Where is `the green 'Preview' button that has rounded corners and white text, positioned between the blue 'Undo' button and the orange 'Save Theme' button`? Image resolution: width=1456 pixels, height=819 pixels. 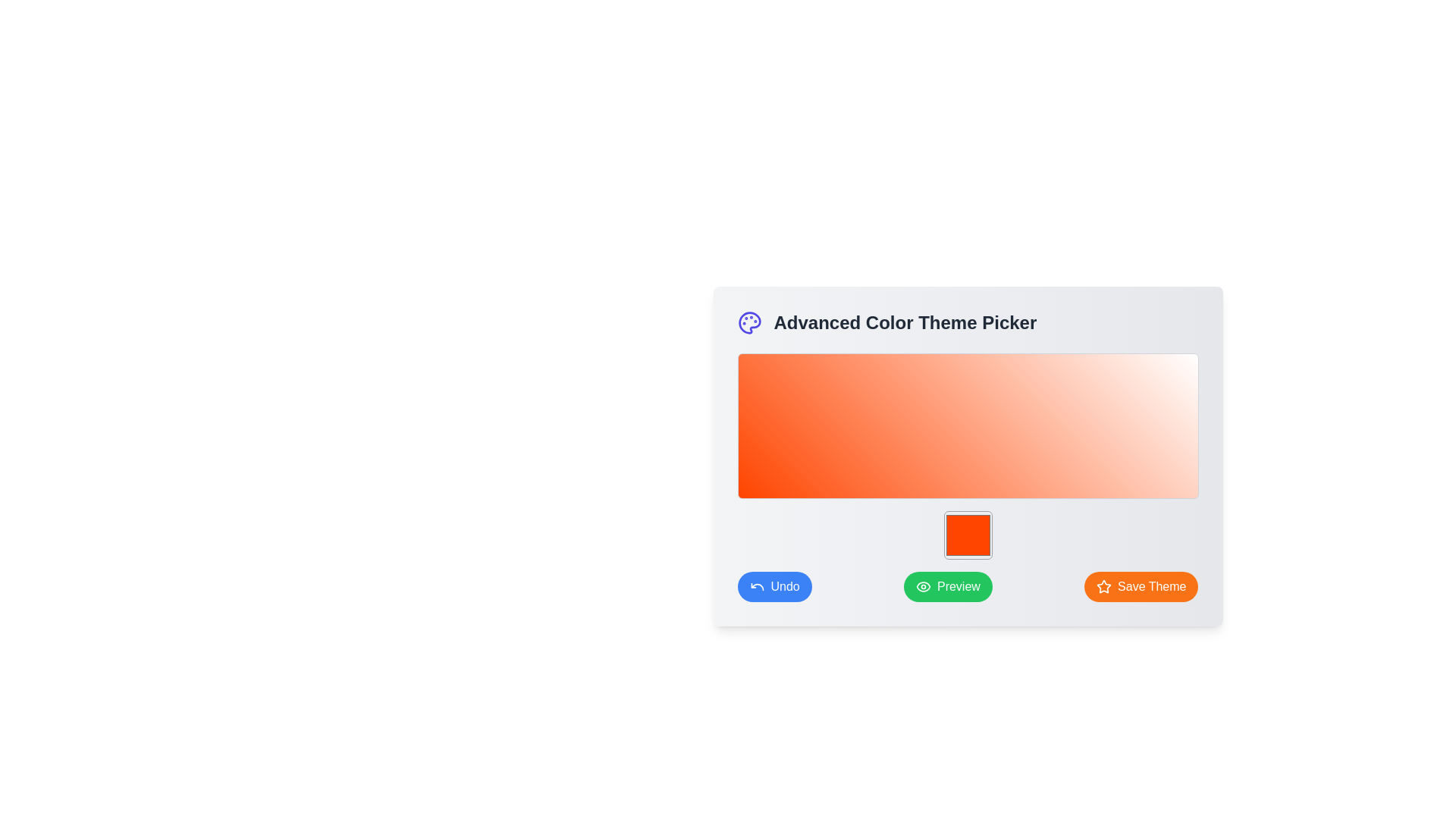
the green 'Preview' button that has rounded corners and white text, positioned between the blue 'Undo' button and the orange 'Save Theme' button is located at coordinates (967, 586).